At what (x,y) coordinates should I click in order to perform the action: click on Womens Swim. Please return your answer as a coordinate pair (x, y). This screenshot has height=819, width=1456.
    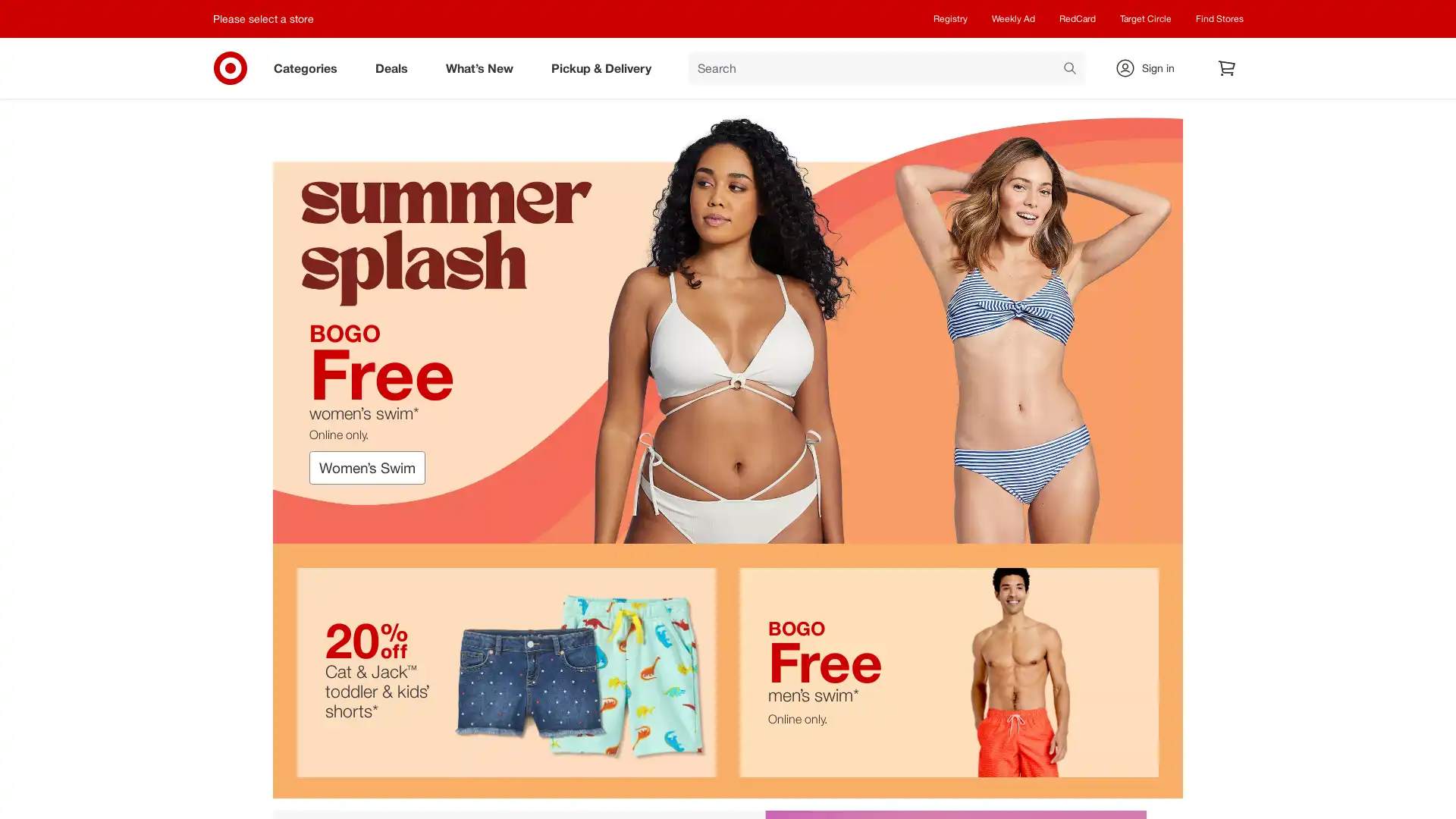
    Looking at the image, I should click on (367, 467).